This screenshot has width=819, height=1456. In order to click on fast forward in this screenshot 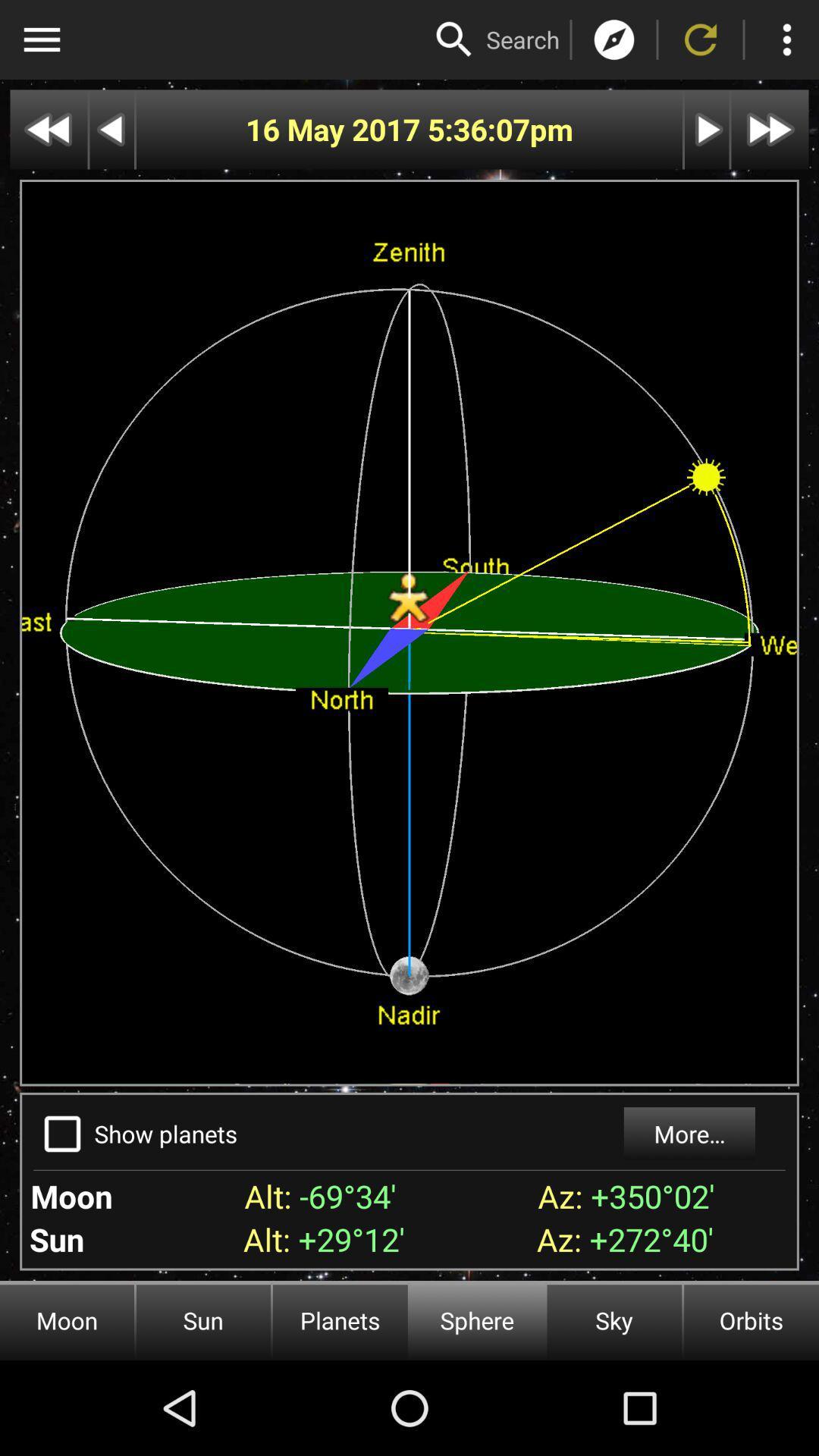, I will do `click(770, 130)`.